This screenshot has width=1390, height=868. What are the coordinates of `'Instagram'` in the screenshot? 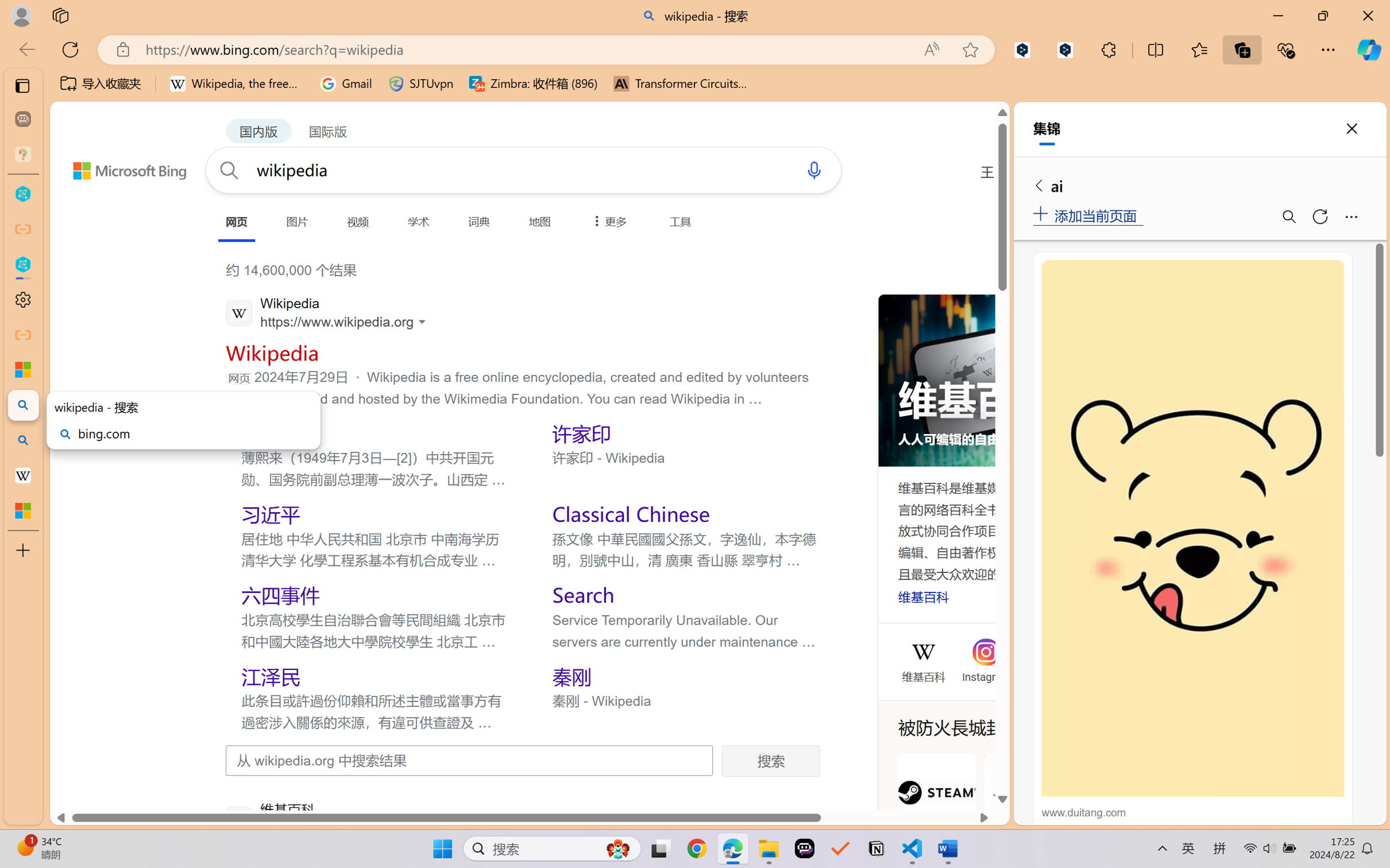 It's located at (986, 675).